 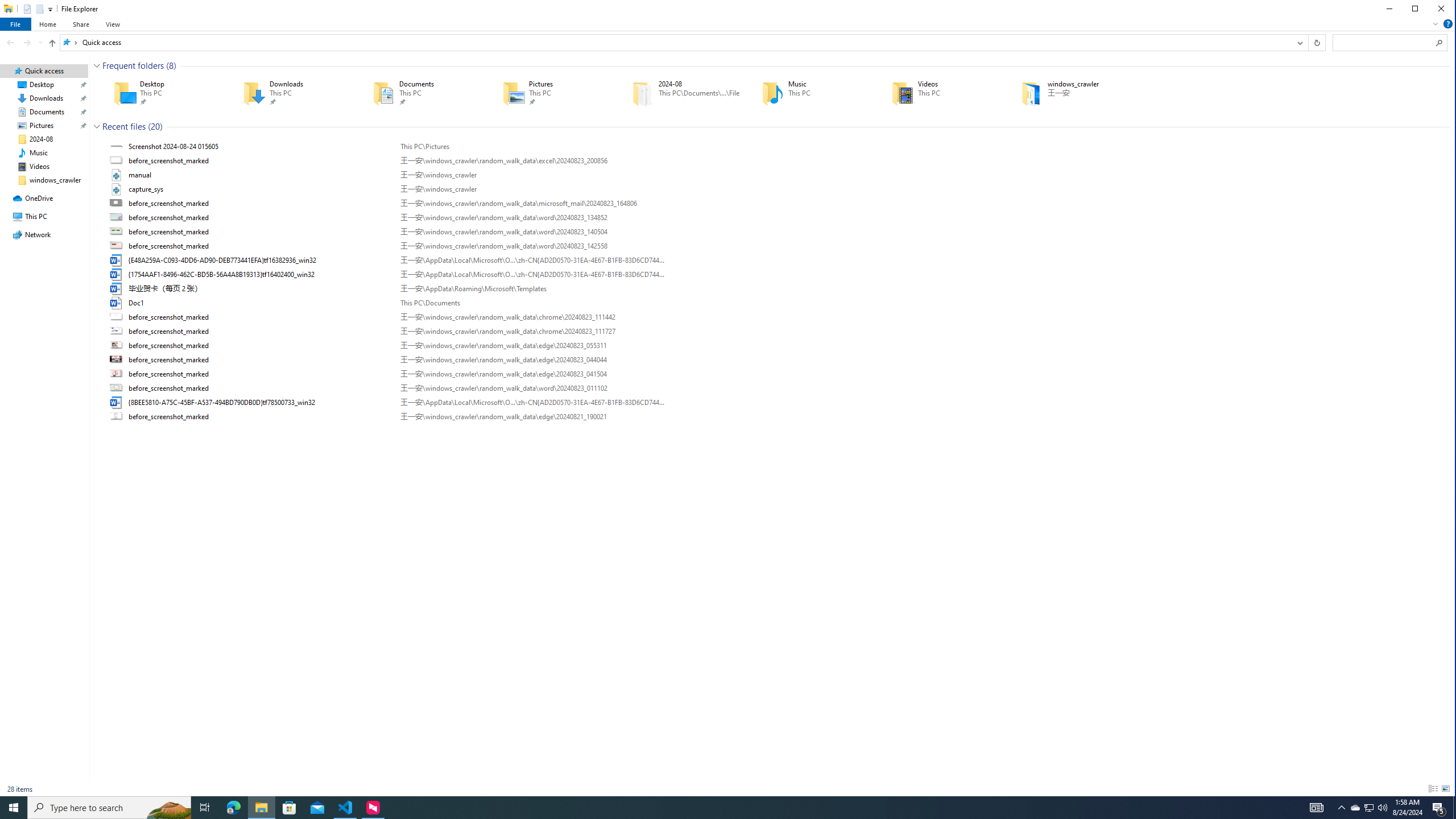 What do you see at coordinates (97, 126) in the screenshot?
I see `'Collapse Group'` at bounding box center [97, 126].